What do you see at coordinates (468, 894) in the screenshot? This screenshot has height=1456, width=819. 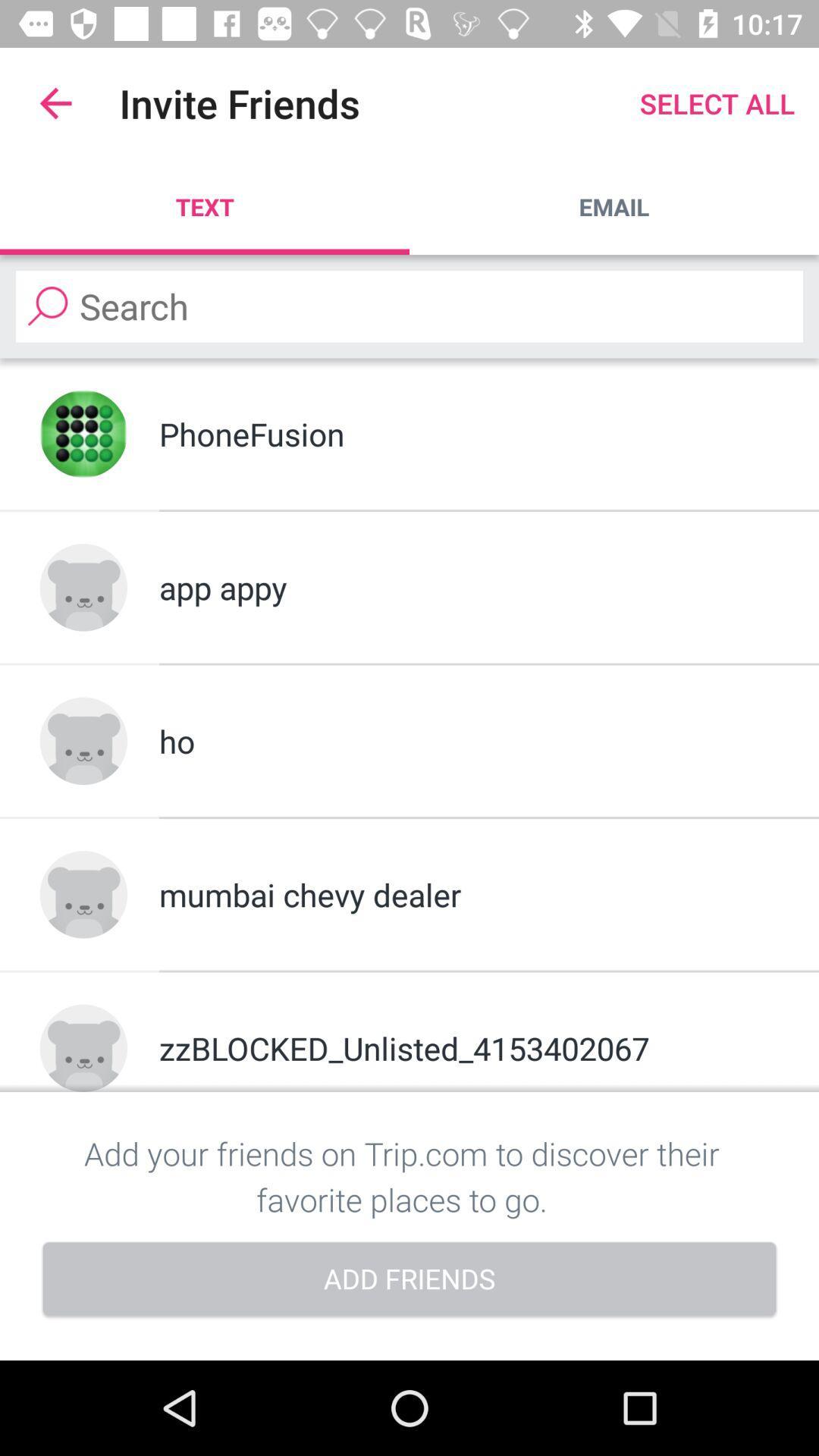 I see `mumbai chevy dealer icon` at bounding box center [468, 894].